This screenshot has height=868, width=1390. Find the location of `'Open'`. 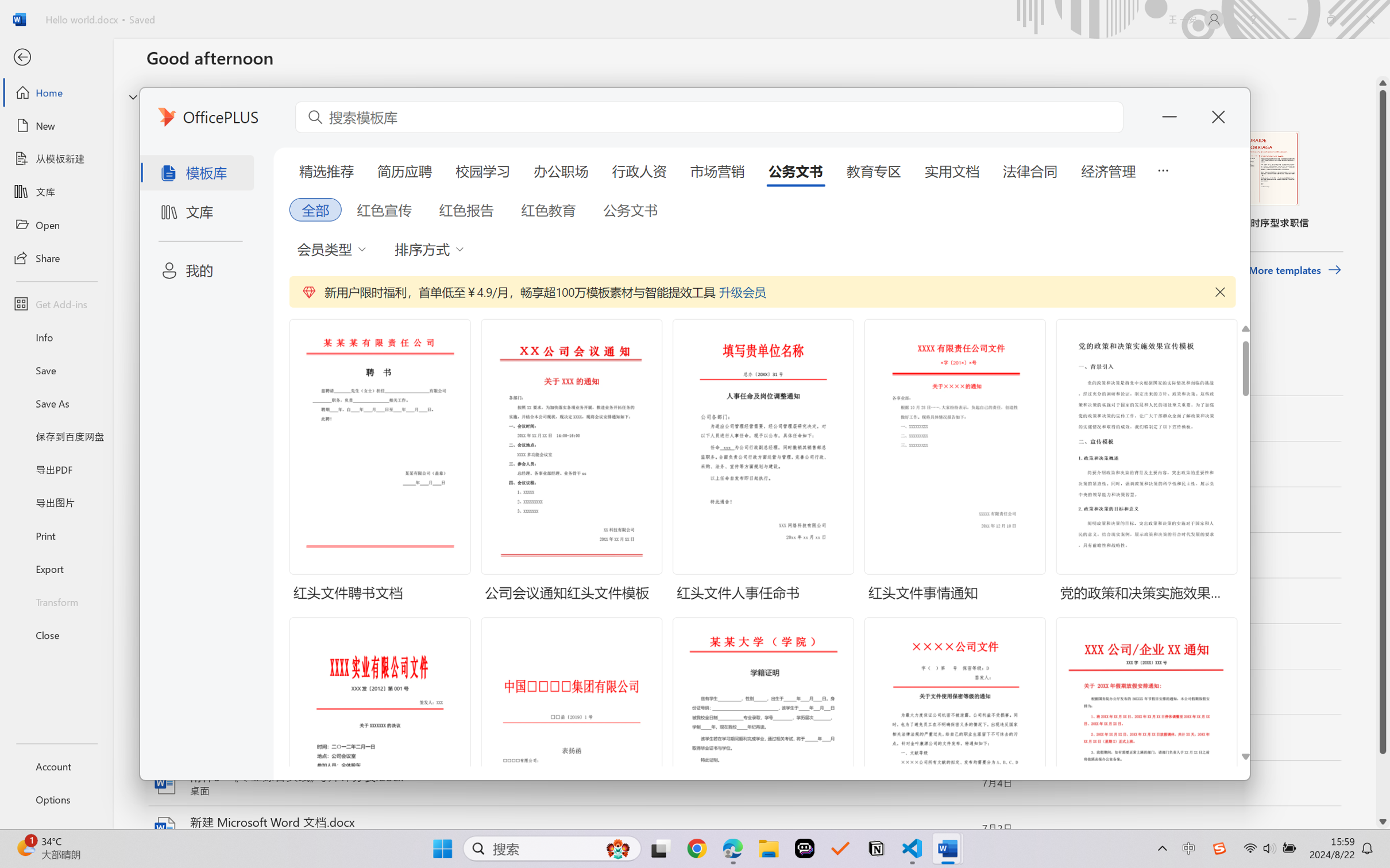

'Open' is located at coordinates (56, 224).